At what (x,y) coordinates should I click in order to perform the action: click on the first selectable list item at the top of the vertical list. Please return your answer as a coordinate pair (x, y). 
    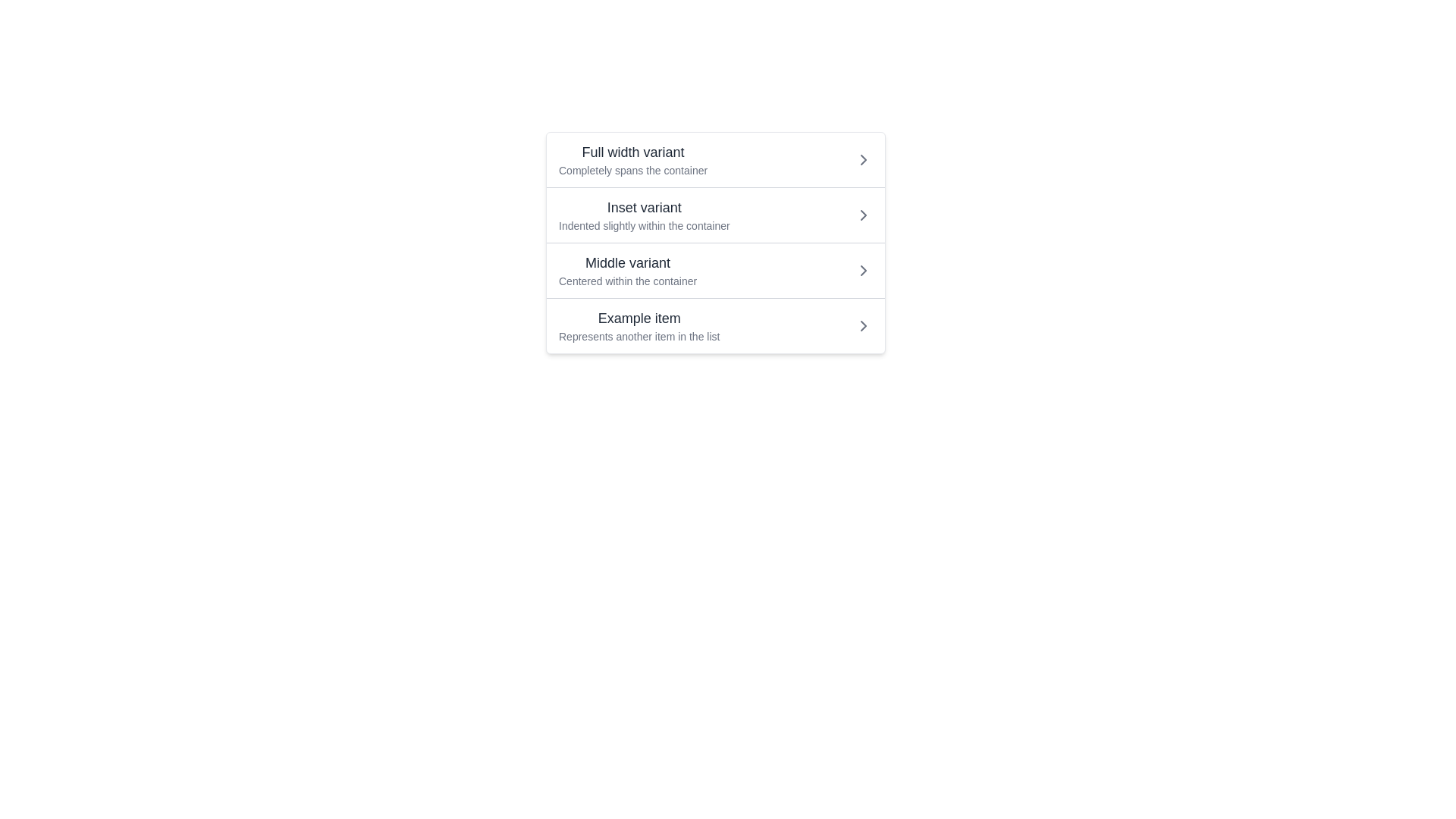
    Looking at the image, I should click on (715, 160).